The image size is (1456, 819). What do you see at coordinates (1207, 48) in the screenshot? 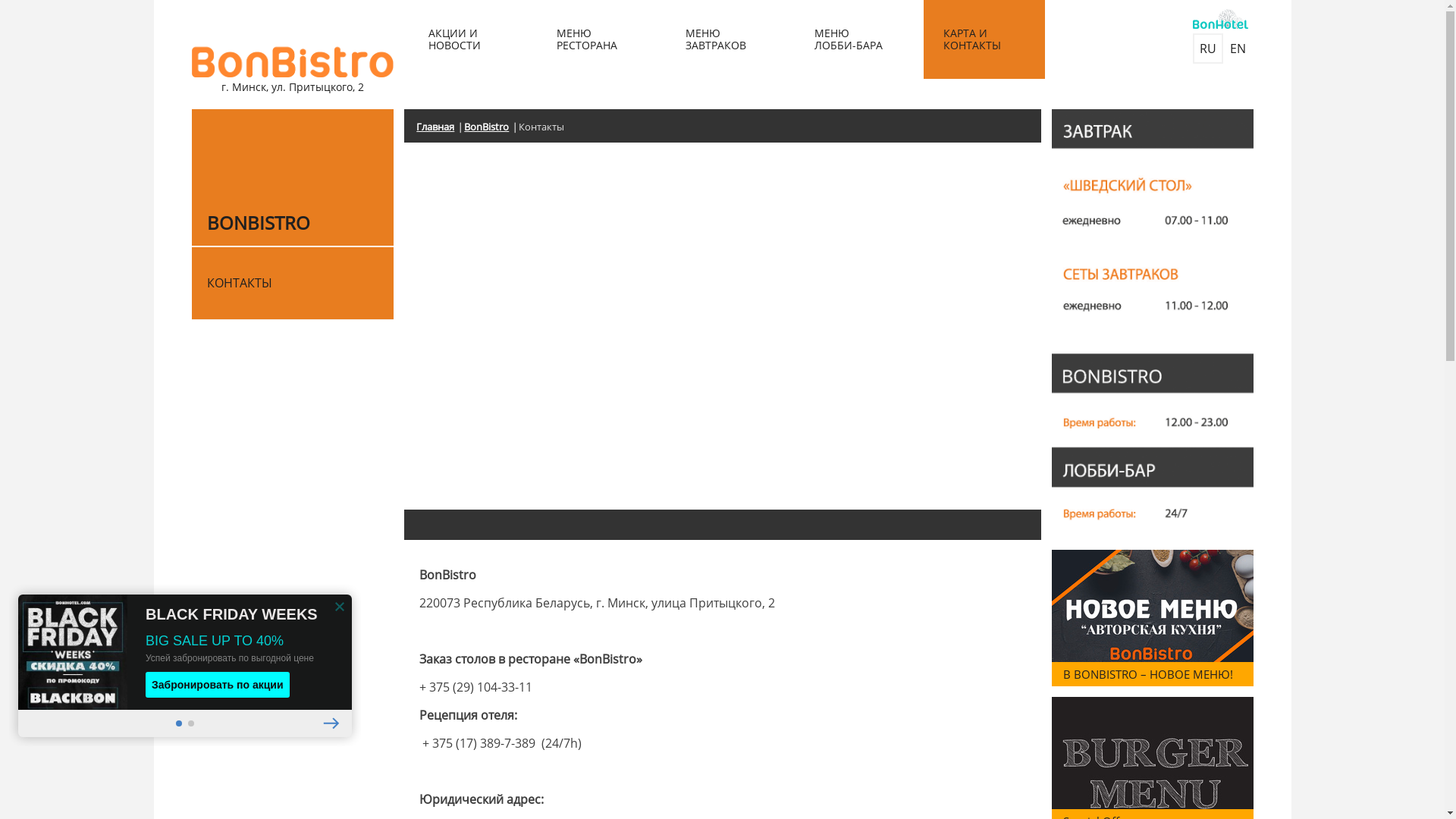
I see `'RU'` at bounding box center [1207, 48].